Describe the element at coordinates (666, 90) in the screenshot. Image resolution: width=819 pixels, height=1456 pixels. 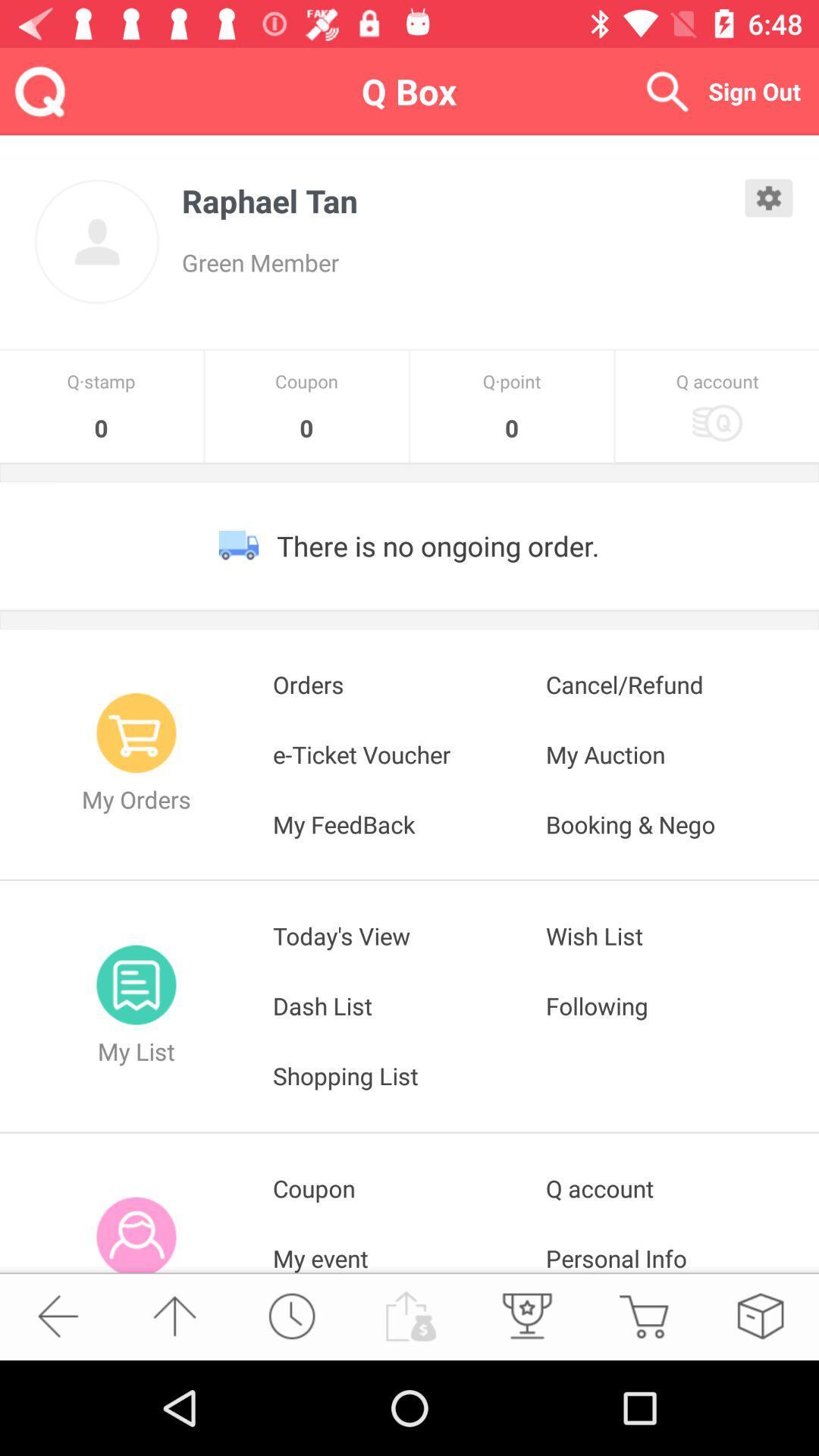
I see `search` at that location.